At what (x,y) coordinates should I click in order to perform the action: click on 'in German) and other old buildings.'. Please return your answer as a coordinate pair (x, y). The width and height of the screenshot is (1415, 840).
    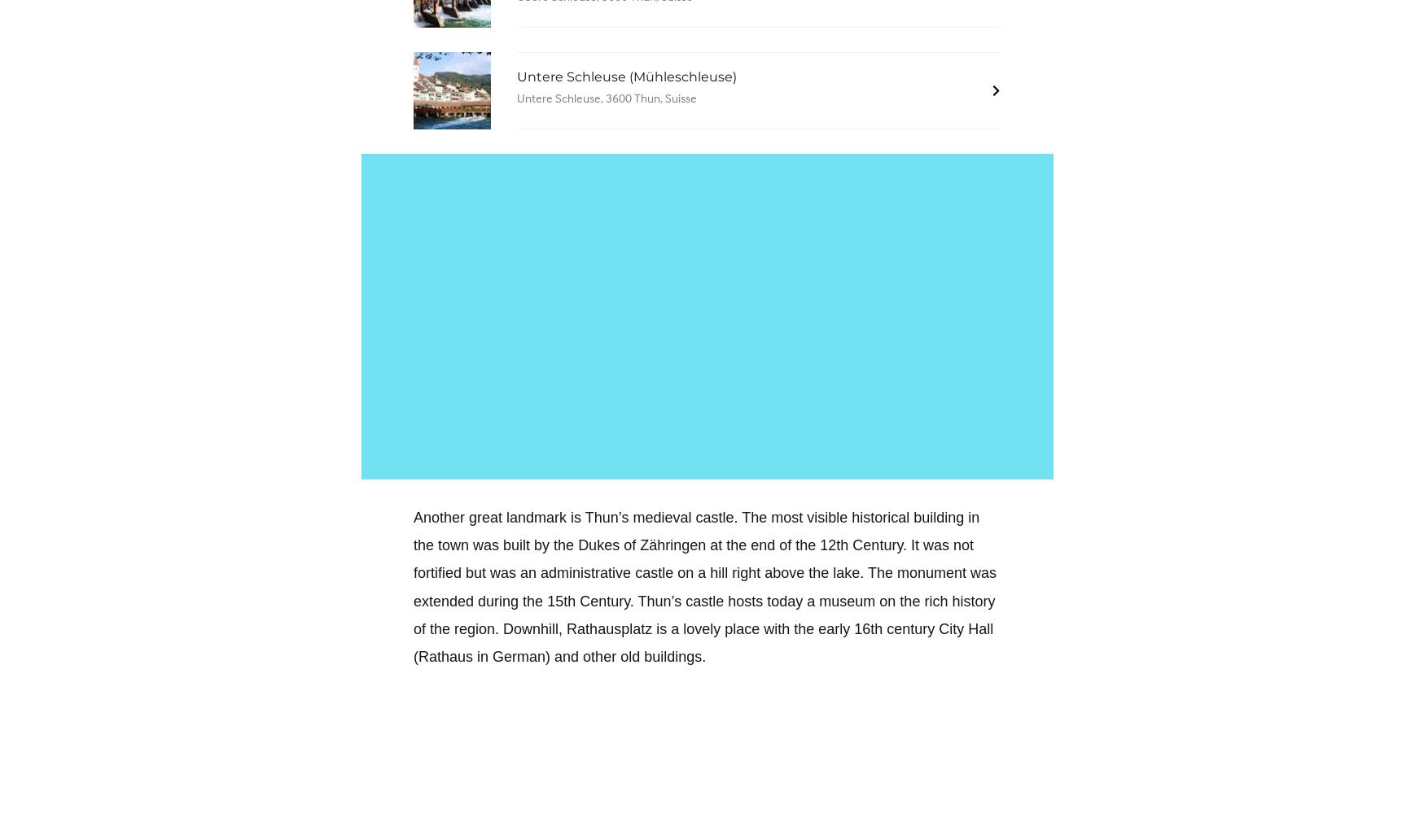
    Looking at the image, I should click on (473, 655).